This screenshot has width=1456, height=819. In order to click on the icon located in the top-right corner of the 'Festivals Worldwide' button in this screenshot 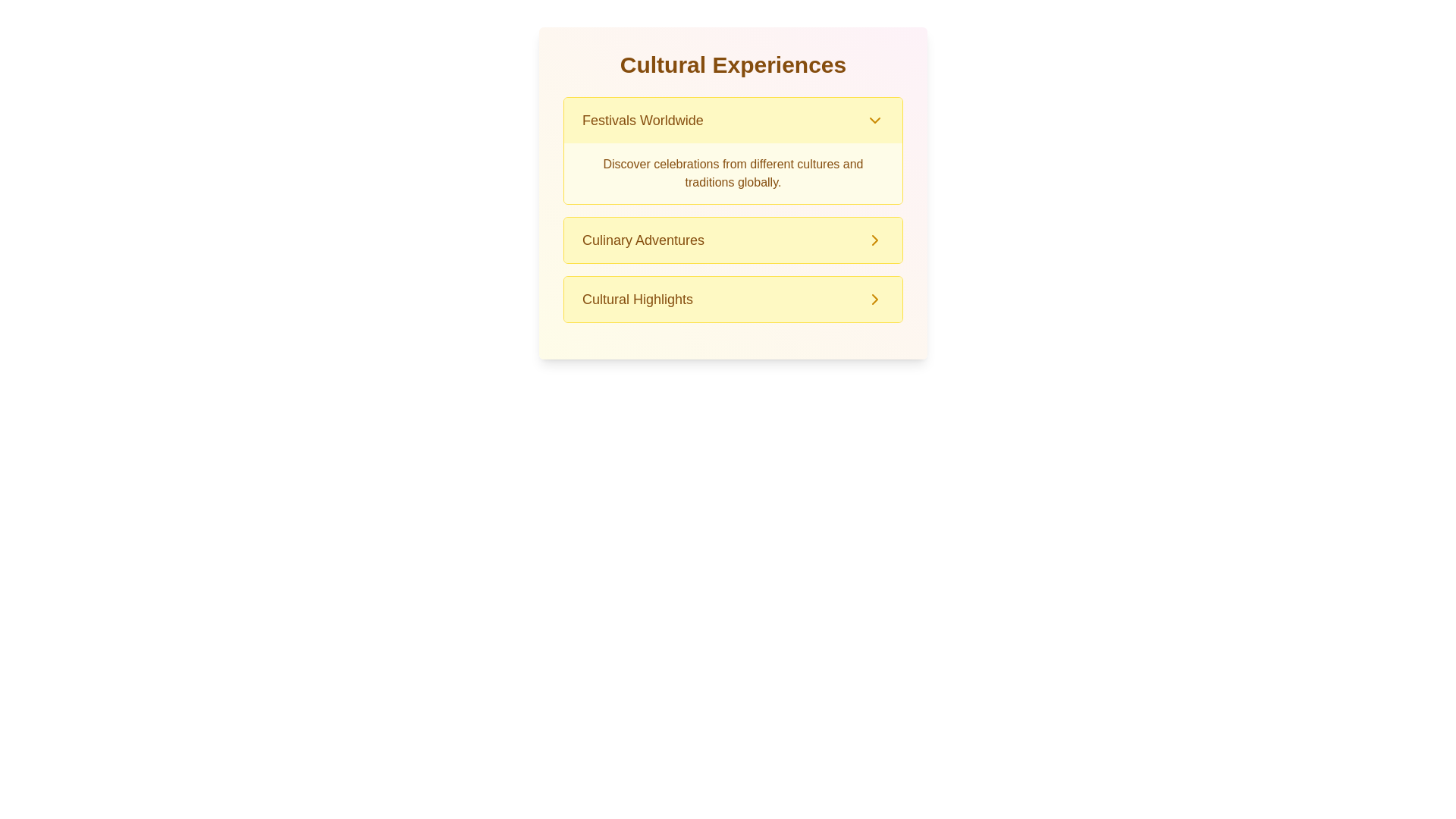, I will do `click(874, 119)`.